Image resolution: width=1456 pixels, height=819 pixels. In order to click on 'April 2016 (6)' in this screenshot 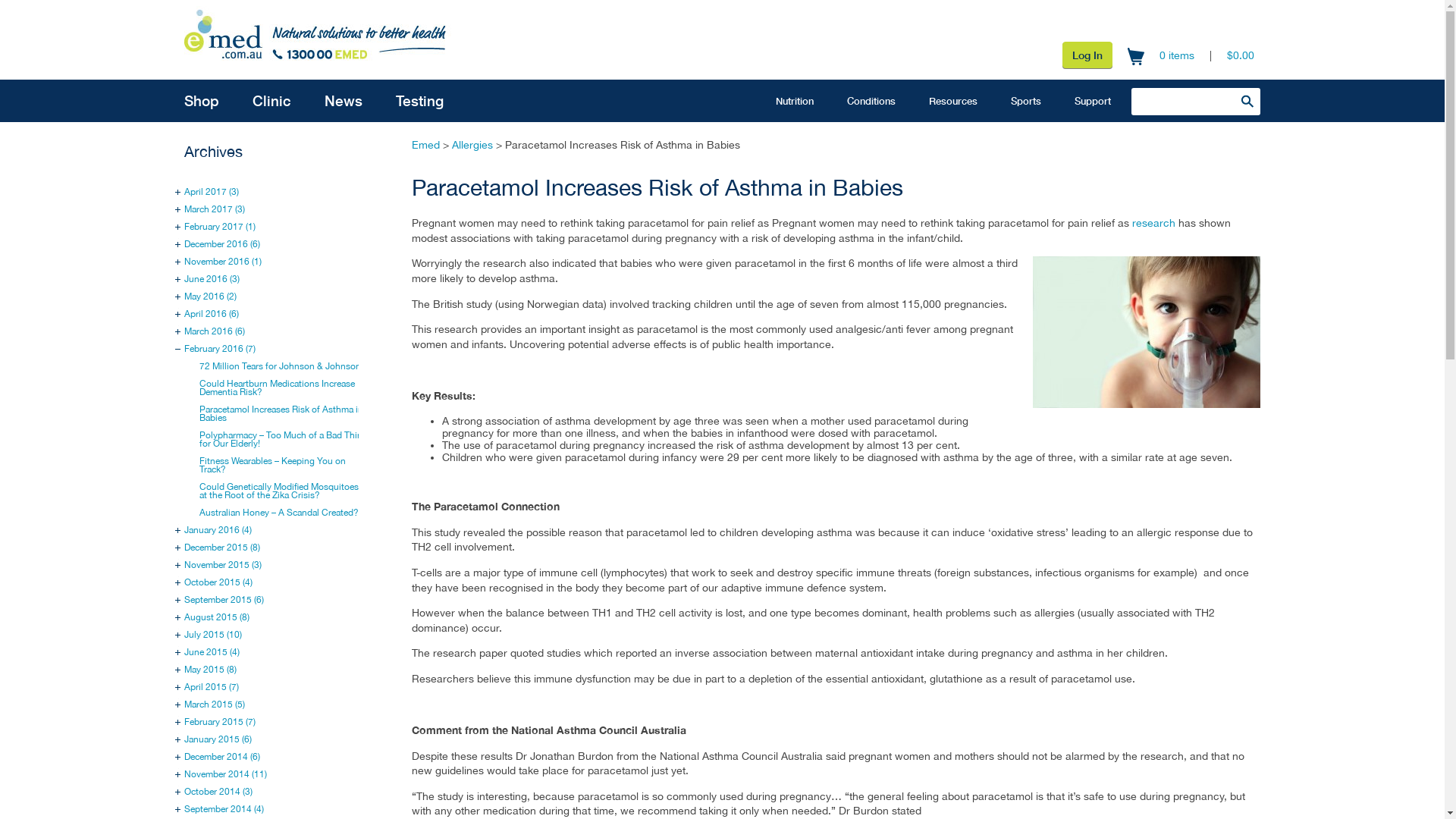, I will do `click(210, 312)`.